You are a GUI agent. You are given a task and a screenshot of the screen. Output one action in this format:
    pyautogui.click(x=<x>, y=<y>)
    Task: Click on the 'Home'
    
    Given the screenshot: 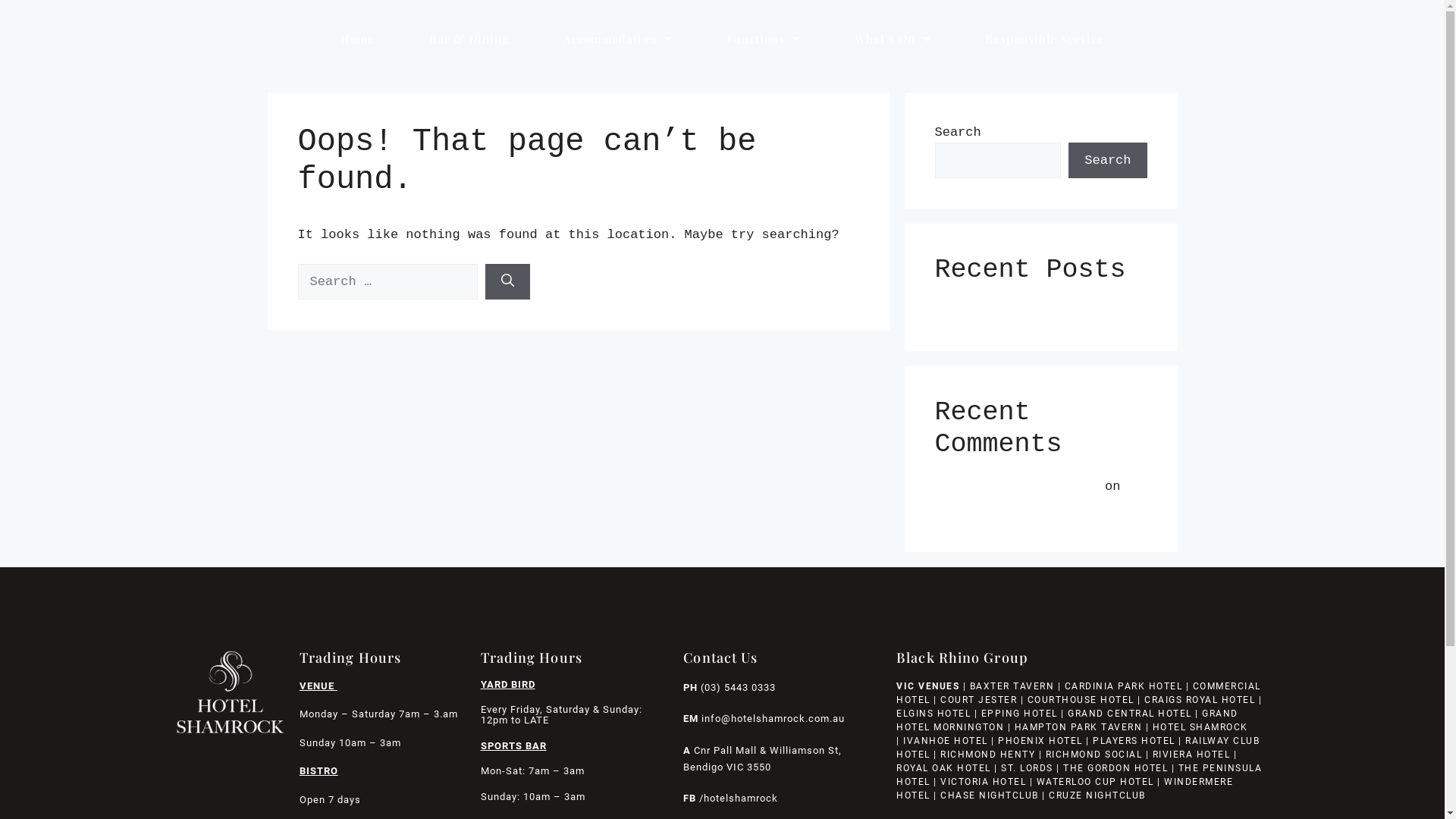 What is the action you would take?
    pyautogui.click(x=356, y=37)
    